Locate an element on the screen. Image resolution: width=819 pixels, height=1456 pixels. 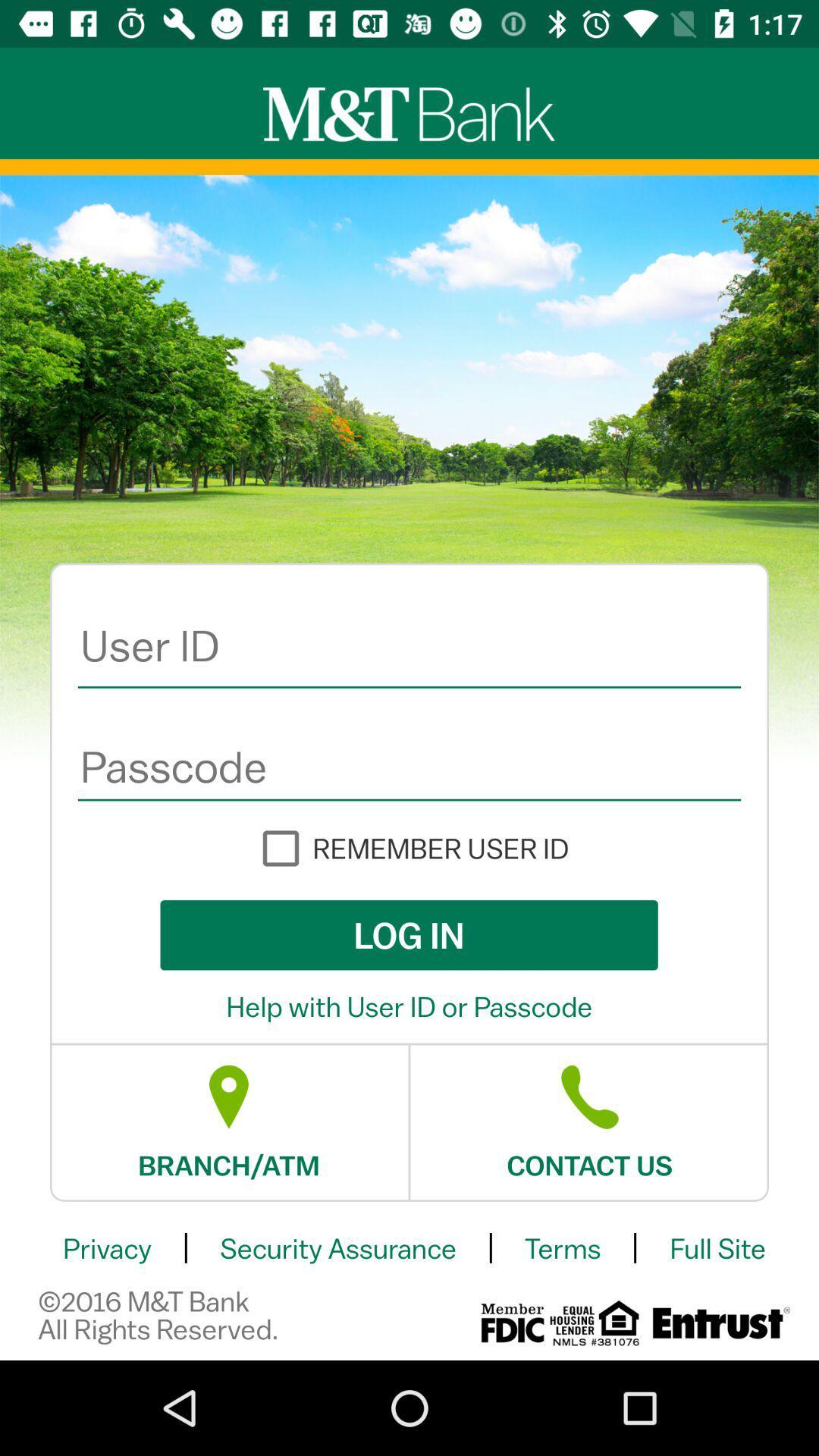
item below the log in item is located at coordinates (409, 1006).